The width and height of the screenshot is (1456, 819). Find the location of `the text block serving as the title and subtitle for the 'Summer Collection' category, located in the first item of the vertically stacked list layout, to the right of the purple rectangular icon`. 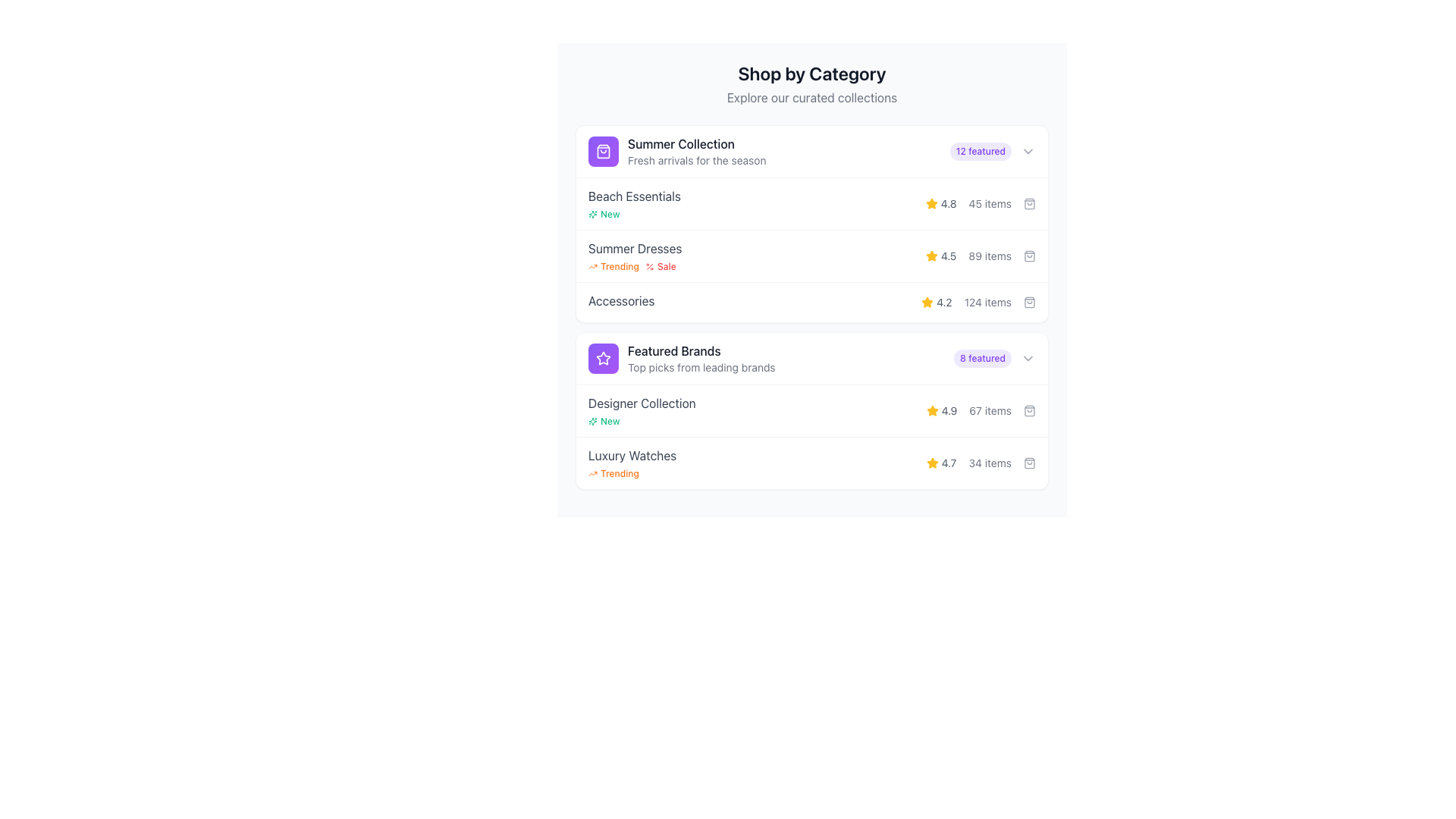

the text block serving as the title and subtitle for the 'Summer Collection' category, located in the first item of the vertically stacked list layout, to the right of the purple rectangular icon is located at coordinates (696, 152).